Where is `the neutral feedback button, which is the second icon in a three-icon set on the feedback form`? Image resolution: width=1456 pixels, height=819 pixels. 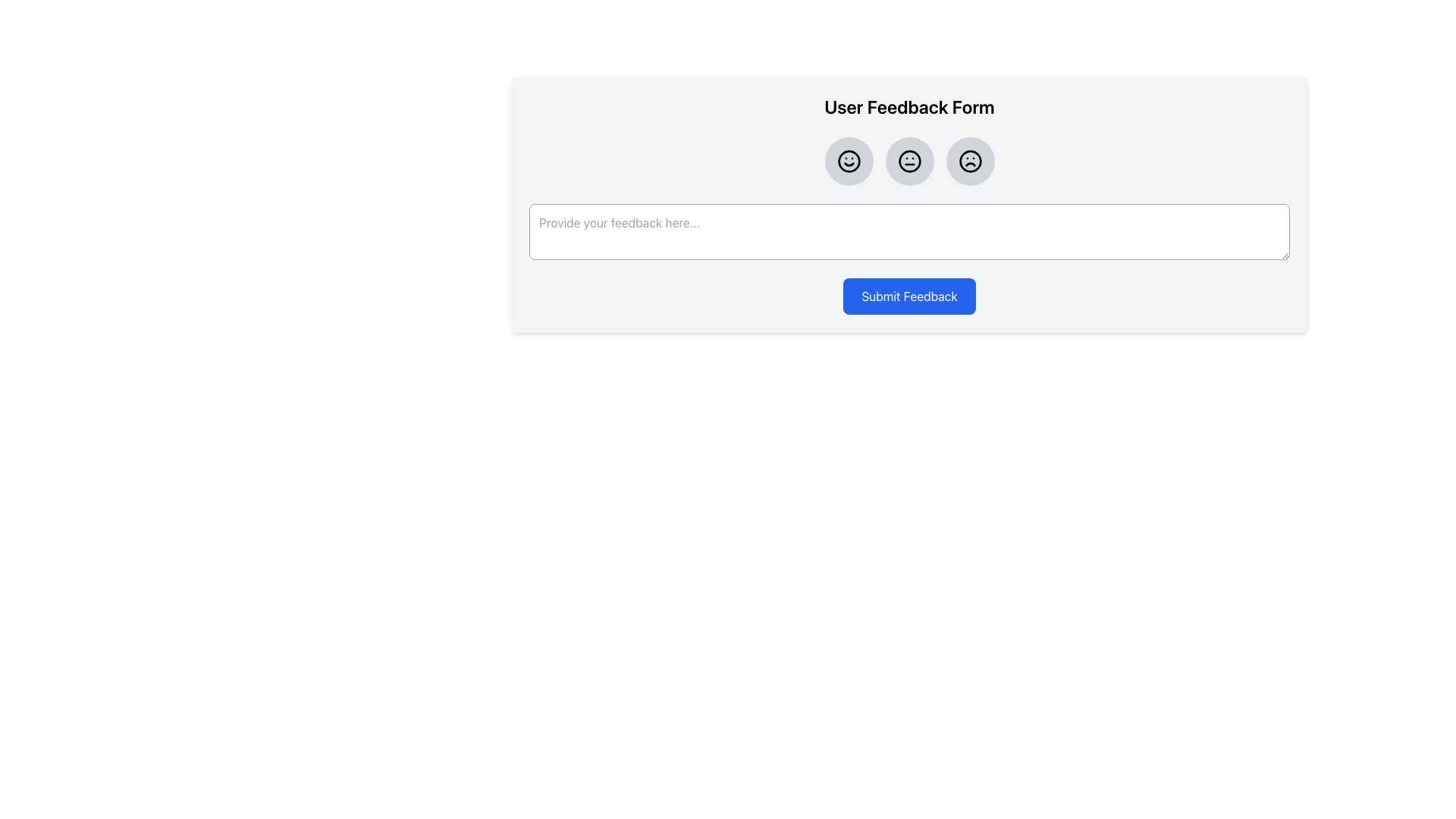
the neutral feedback button, which is the second icon in a three-icon set on the feedback form is located at coordinates (909, 161).